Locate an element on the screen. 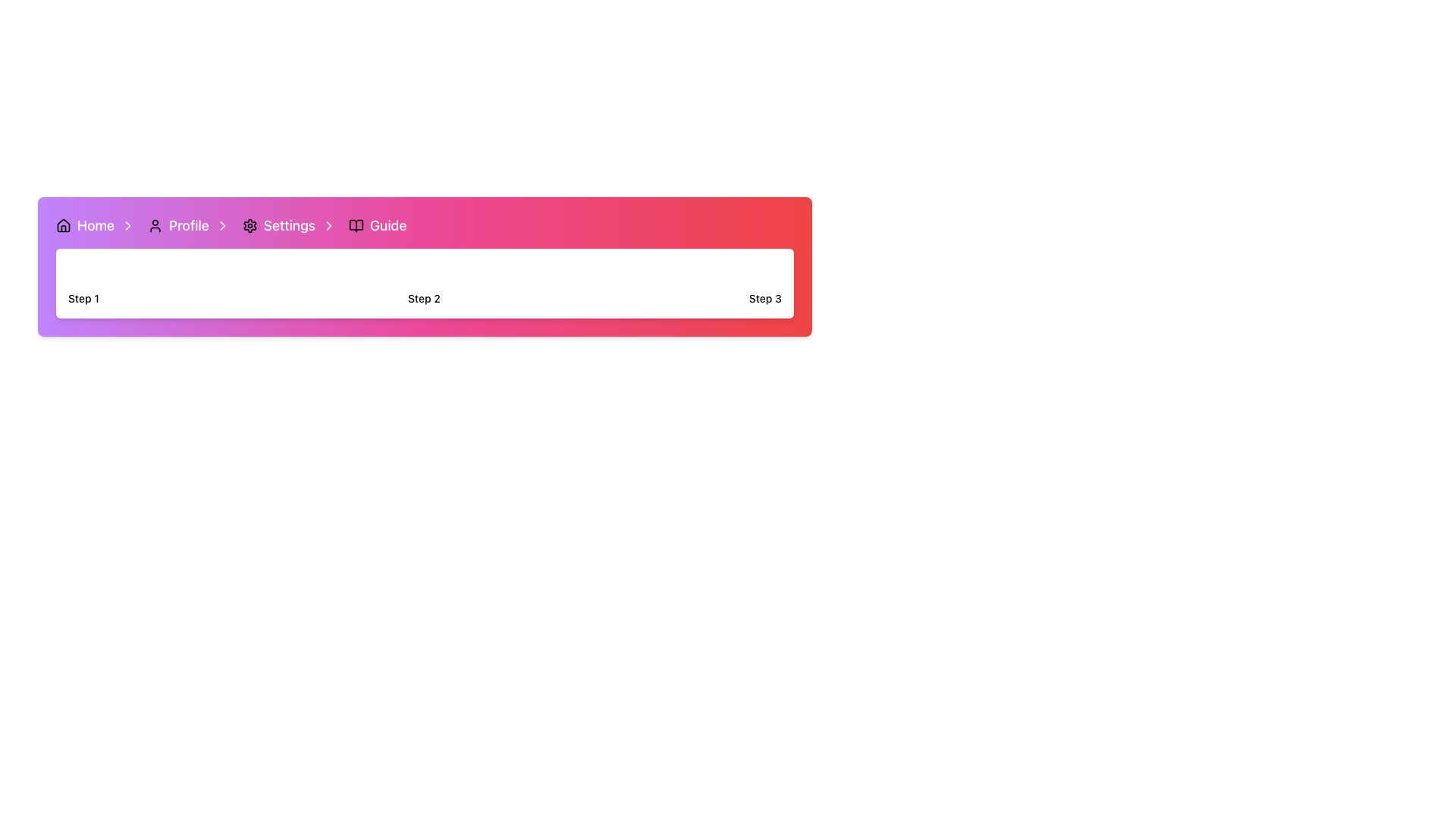  the settings icon button located in the horizontal menu bar, positioned between the Profile icon and the Guide book icon is located at coordinates (249, 225).